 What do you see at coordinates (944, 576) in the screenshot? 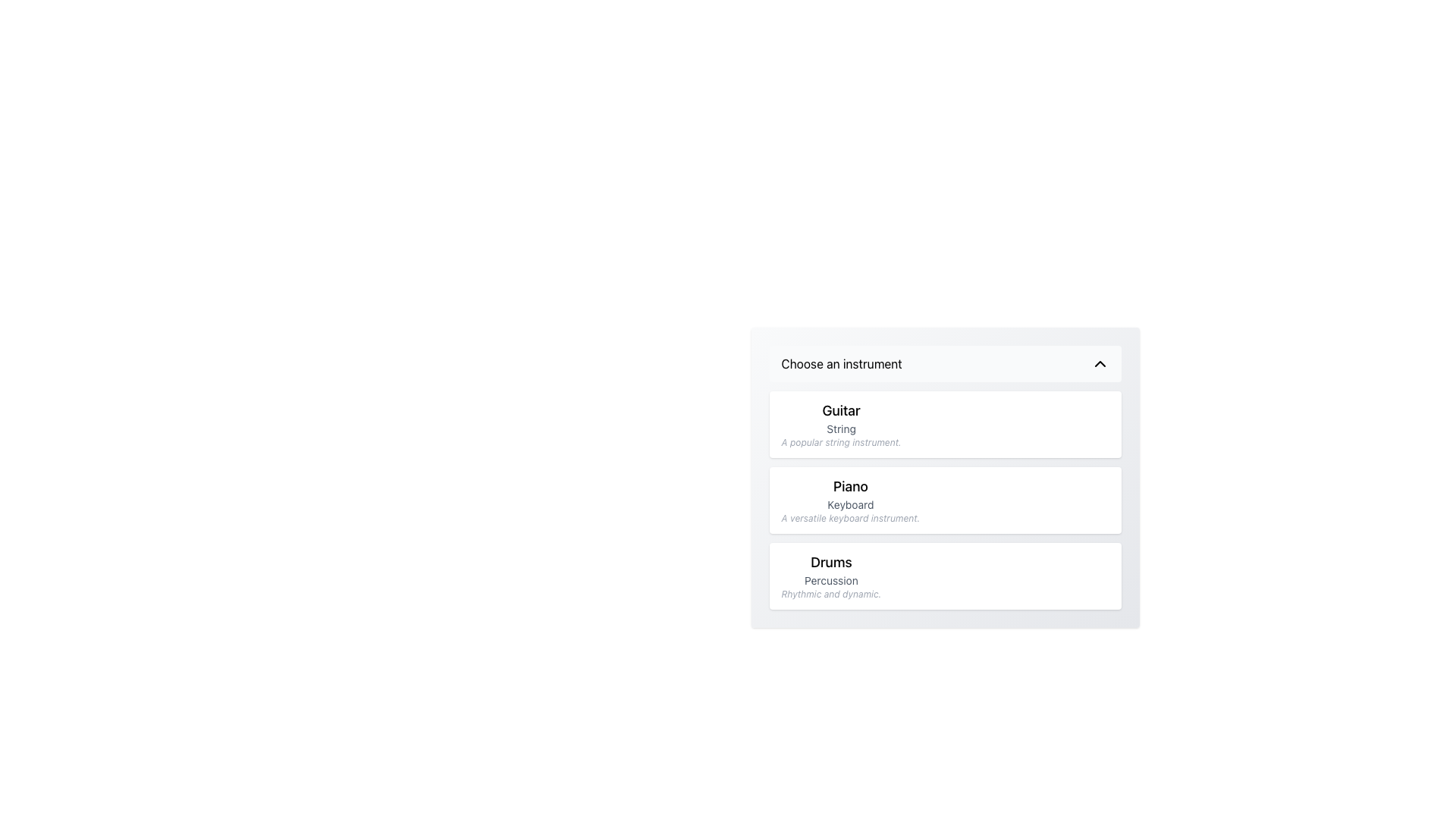
I see `the third list item with a white background that includes 'Drums' in bold, 'Percussion' in gray, and 'Rhythmic and dynamic.' in italic, which is located below the 'Piano' item` at bounding box center [944, 576].